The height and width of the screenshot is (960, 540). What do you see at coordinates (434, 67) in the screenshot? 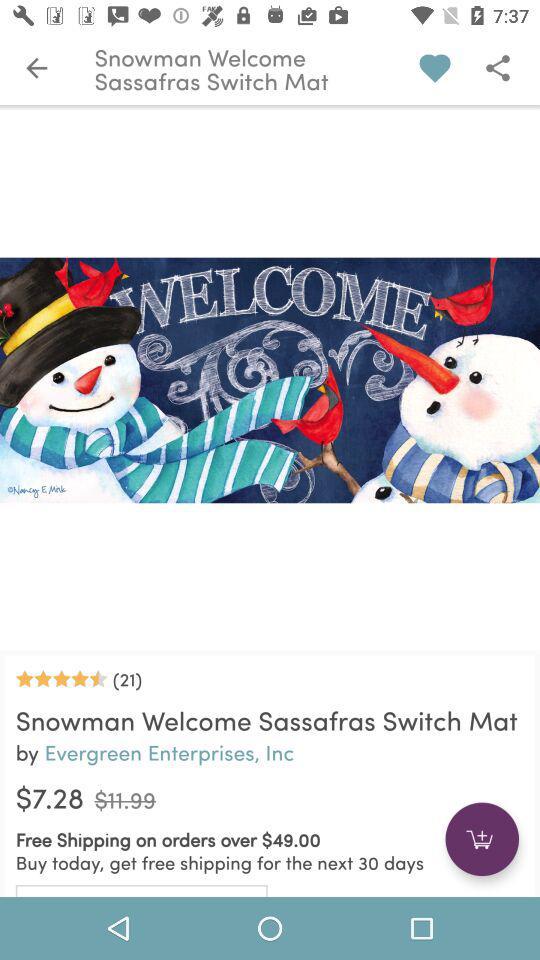
I see `the love symbol` at bounding box center [434, 67].